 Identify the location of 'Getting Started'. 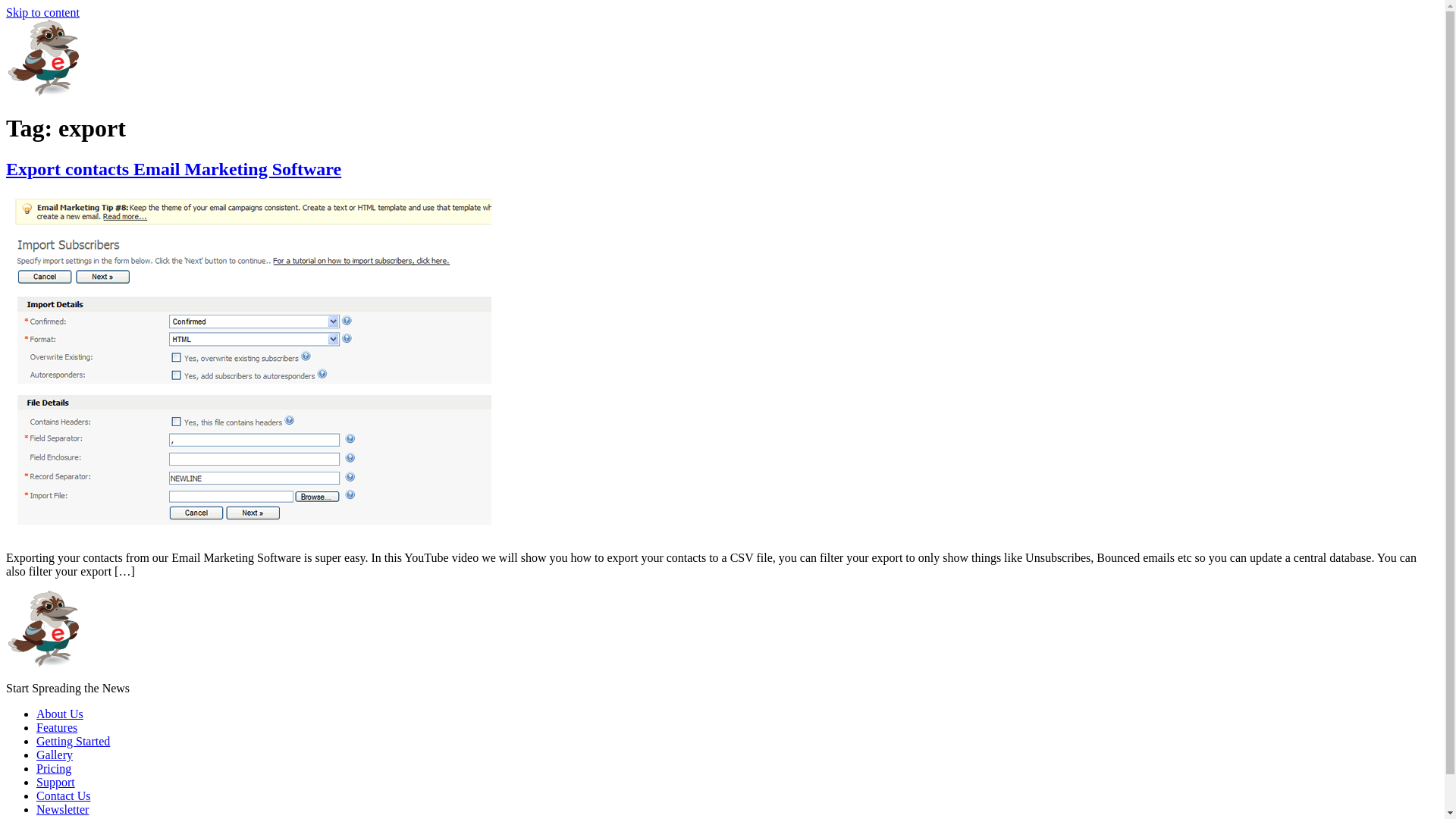
(36, 740).